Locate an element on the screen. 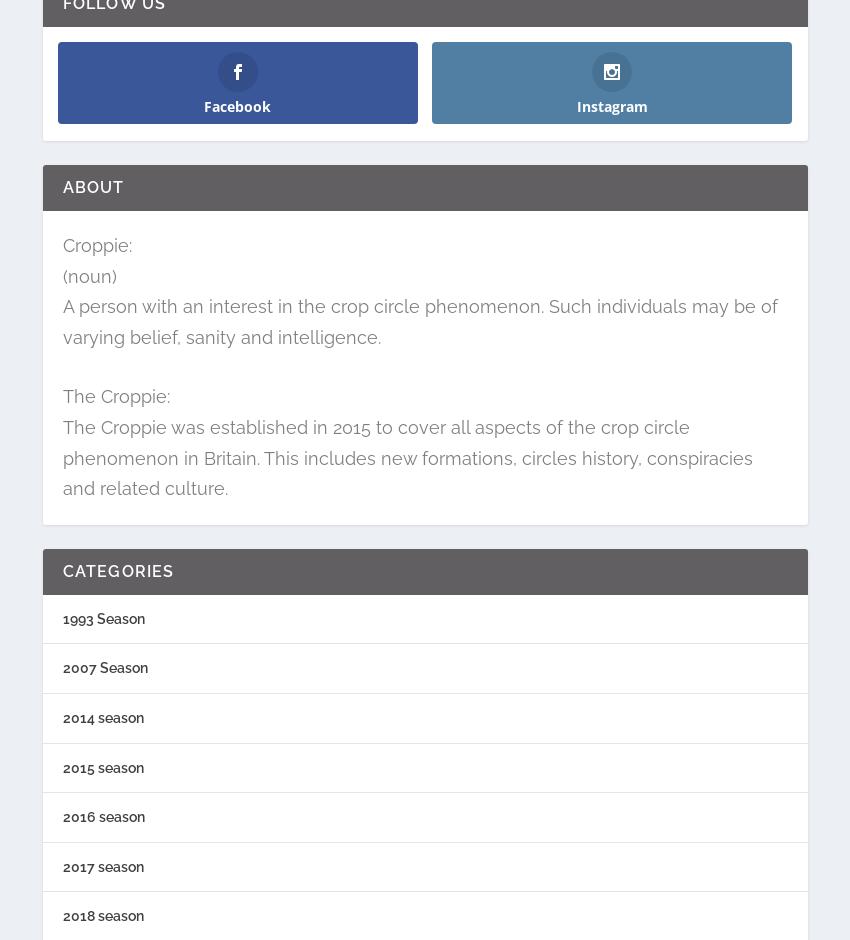 The height and width of the screenshot is (940, 850). '2018 season' is located at coordinates (101, 915).